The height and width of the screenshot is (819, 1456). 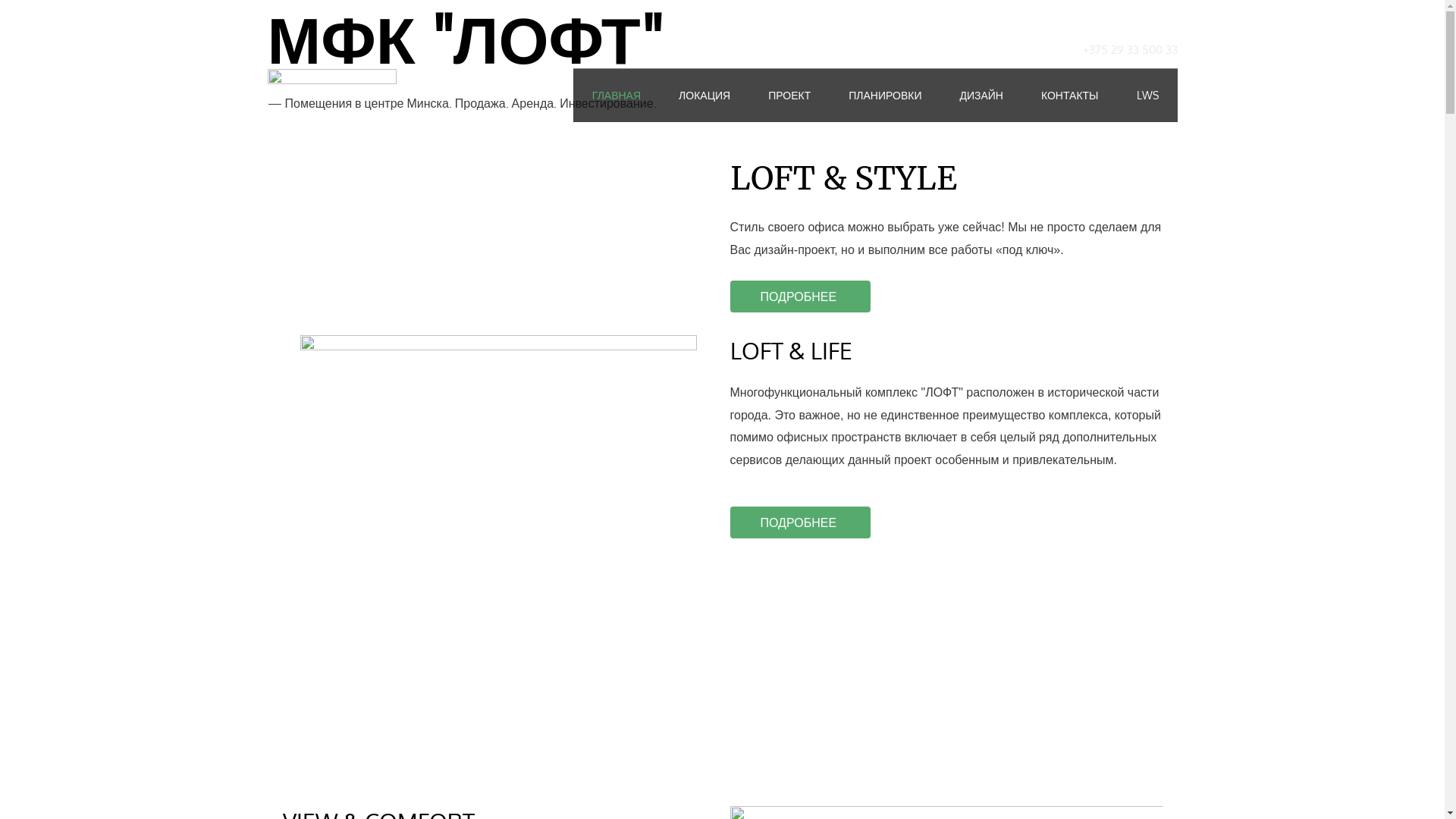 What do you see at coordinates (1147, 96) in the screenshot?
I see `'LWS'` at bounding box center [1147, 96].